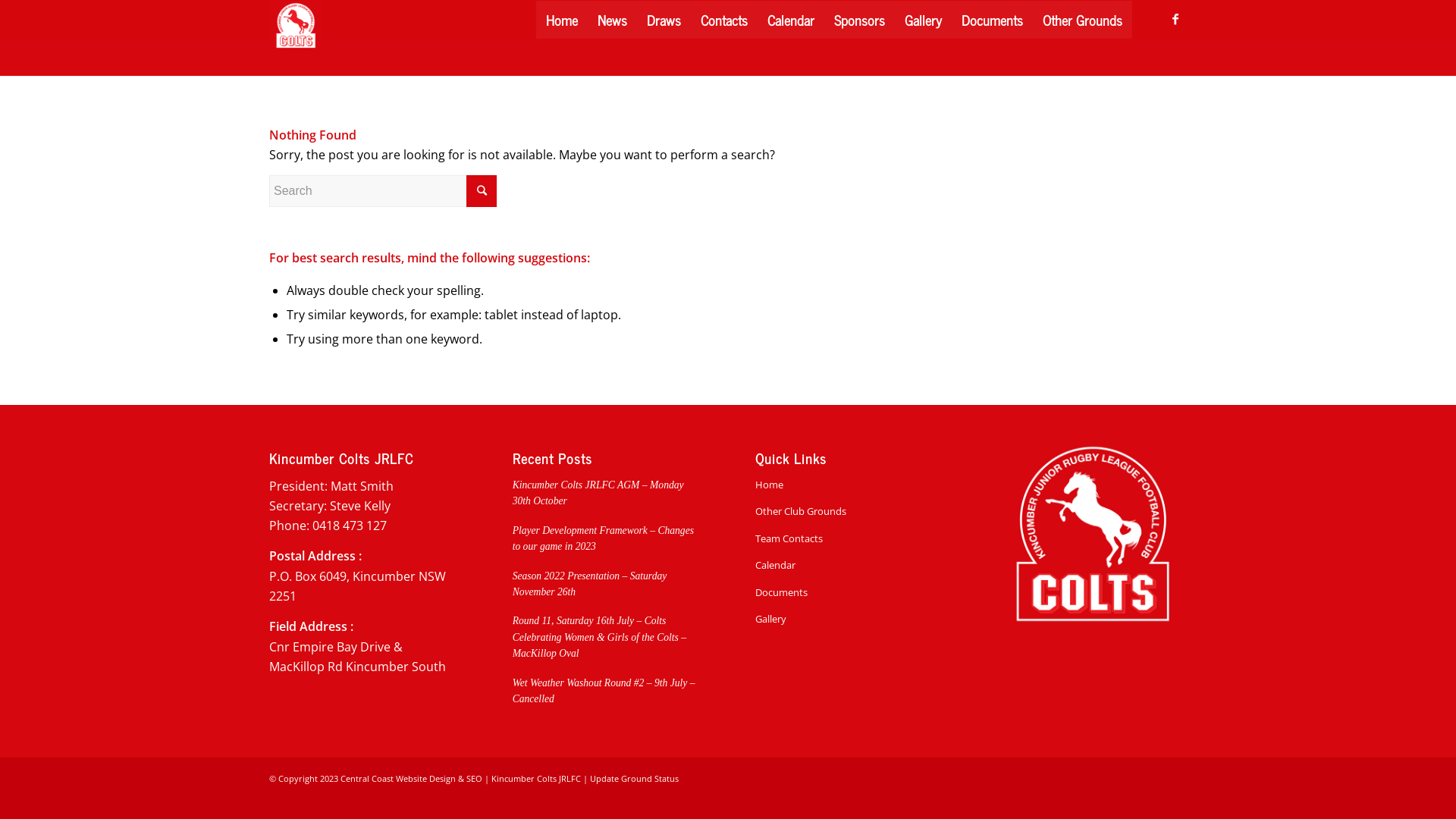 The height and width of the screenshot is (819, 1456). What do you see at coordinates (1175, 18) in the screenshot?
I see `'Facebook'` at bounding box center [1175, 18].